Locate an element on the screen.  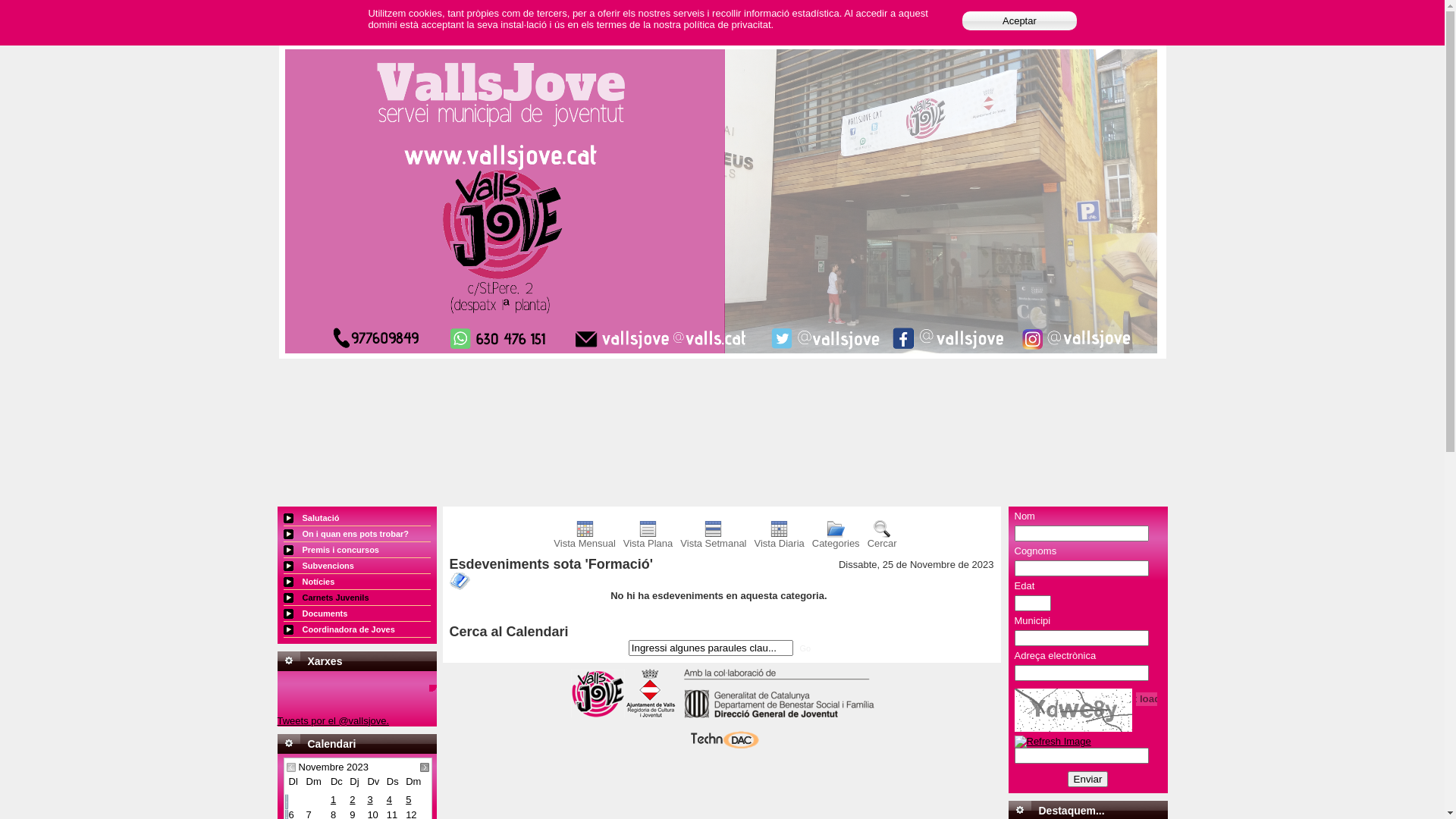
'Categories' is located at coordinates (835, 538).